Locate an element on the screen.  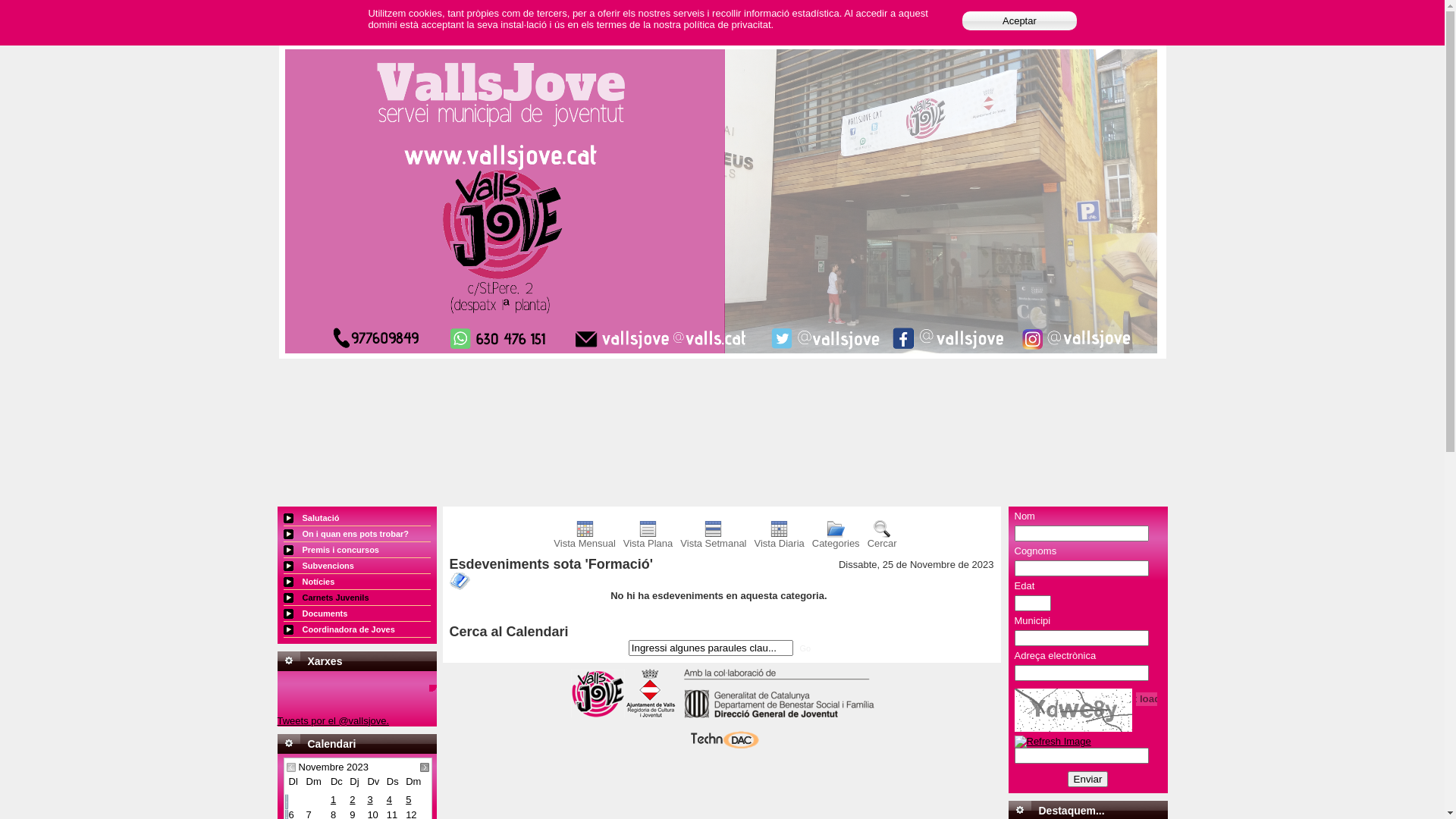
'Categories' is located at coordinates (835, 538).